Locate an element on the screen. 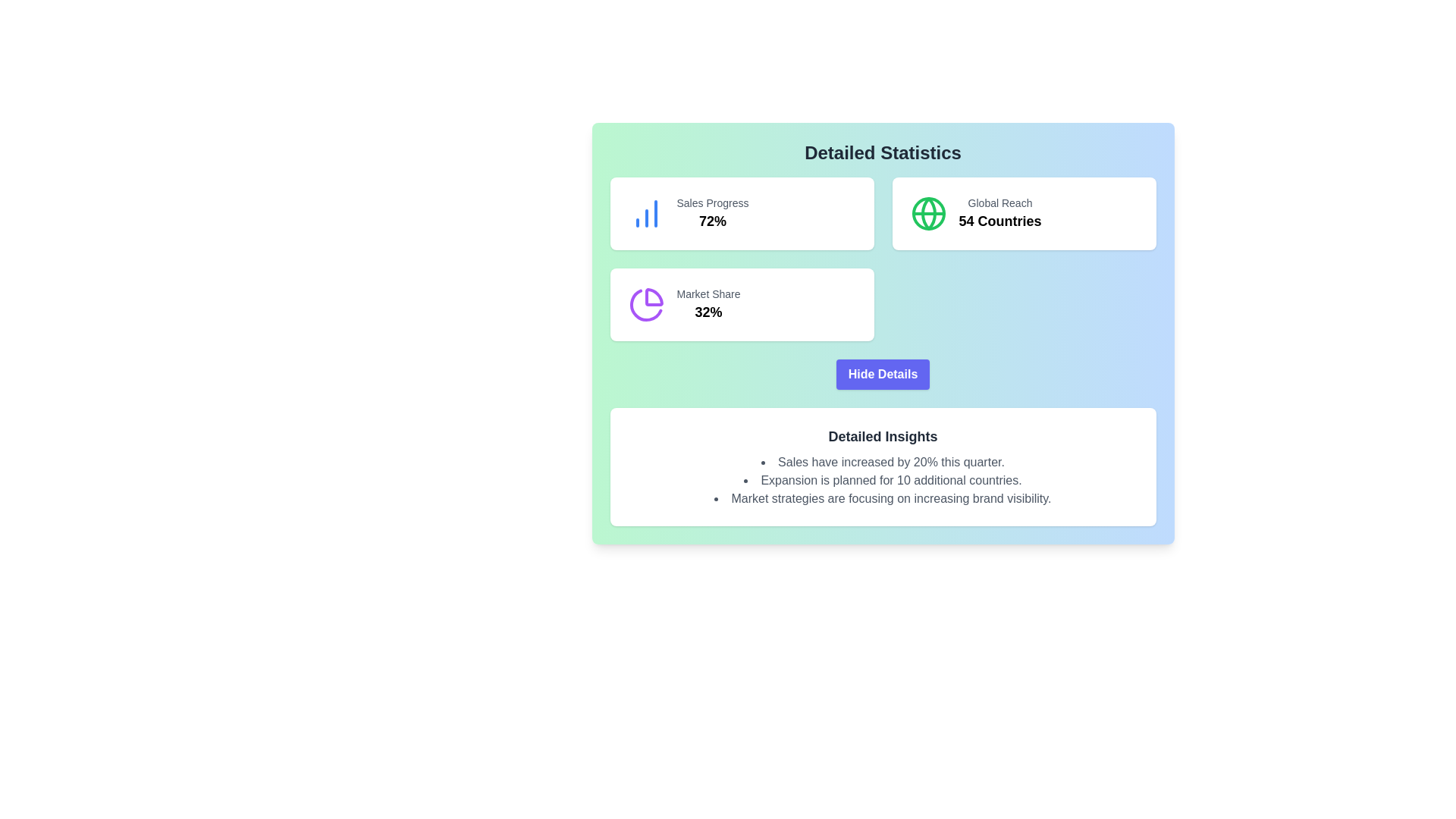  the innermost SVG Circle element of the globe icon located in the top right quadrant of the 'Detailed Statistics' section, which enhances the visual communication of the concept of global reach is located at coordinates (927, 213).